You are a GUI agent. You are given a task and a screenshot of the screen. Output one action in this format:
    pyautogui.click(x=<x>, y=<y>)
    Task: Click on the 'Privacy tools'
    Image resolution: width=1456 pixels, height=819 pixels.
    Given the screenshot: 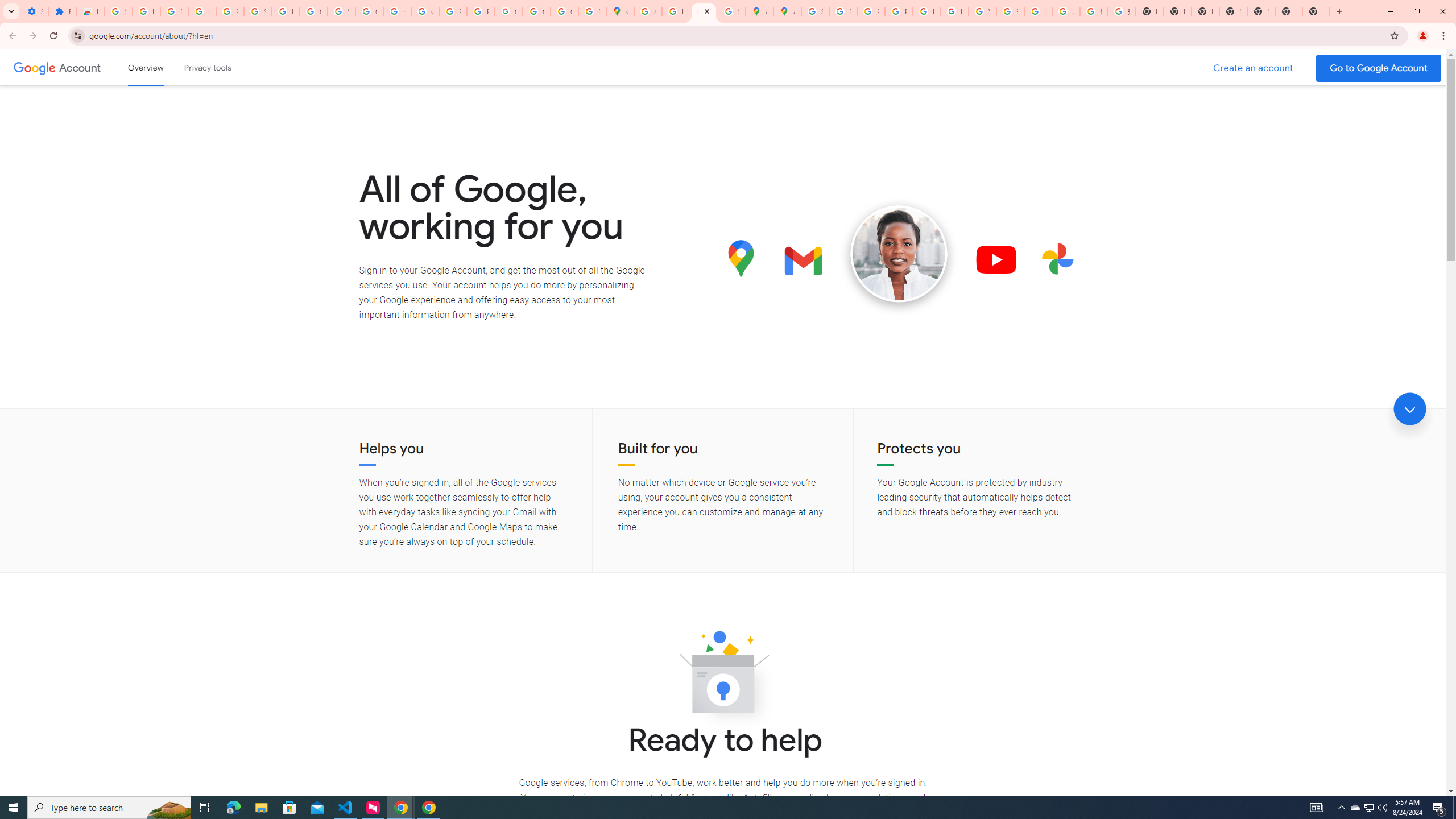 What is the action you would take?
    pyautogui.click(x=206, y=67)
    